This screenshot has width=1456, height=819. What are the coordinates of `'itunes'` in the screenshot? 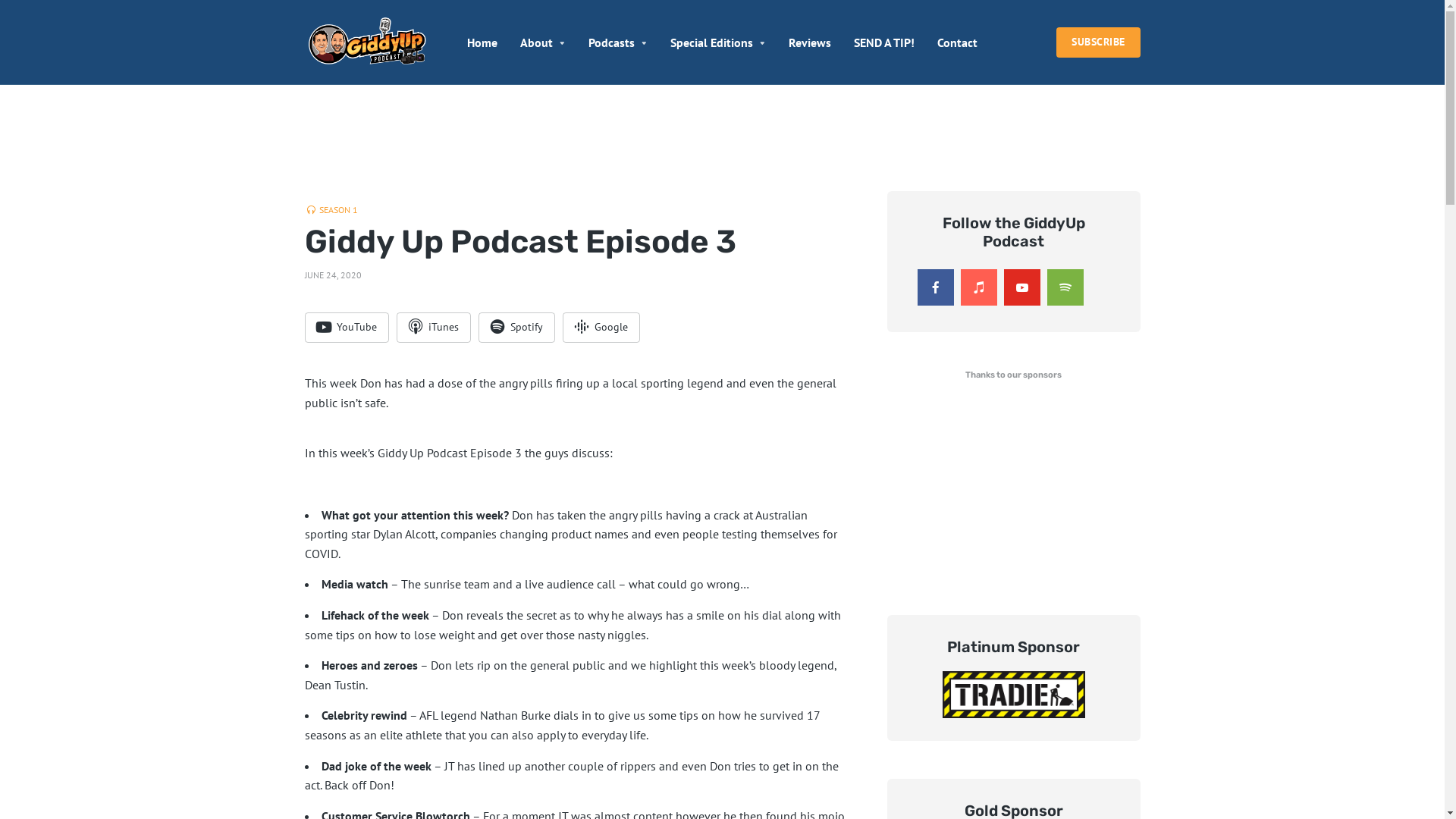 It's located at (978, 287).